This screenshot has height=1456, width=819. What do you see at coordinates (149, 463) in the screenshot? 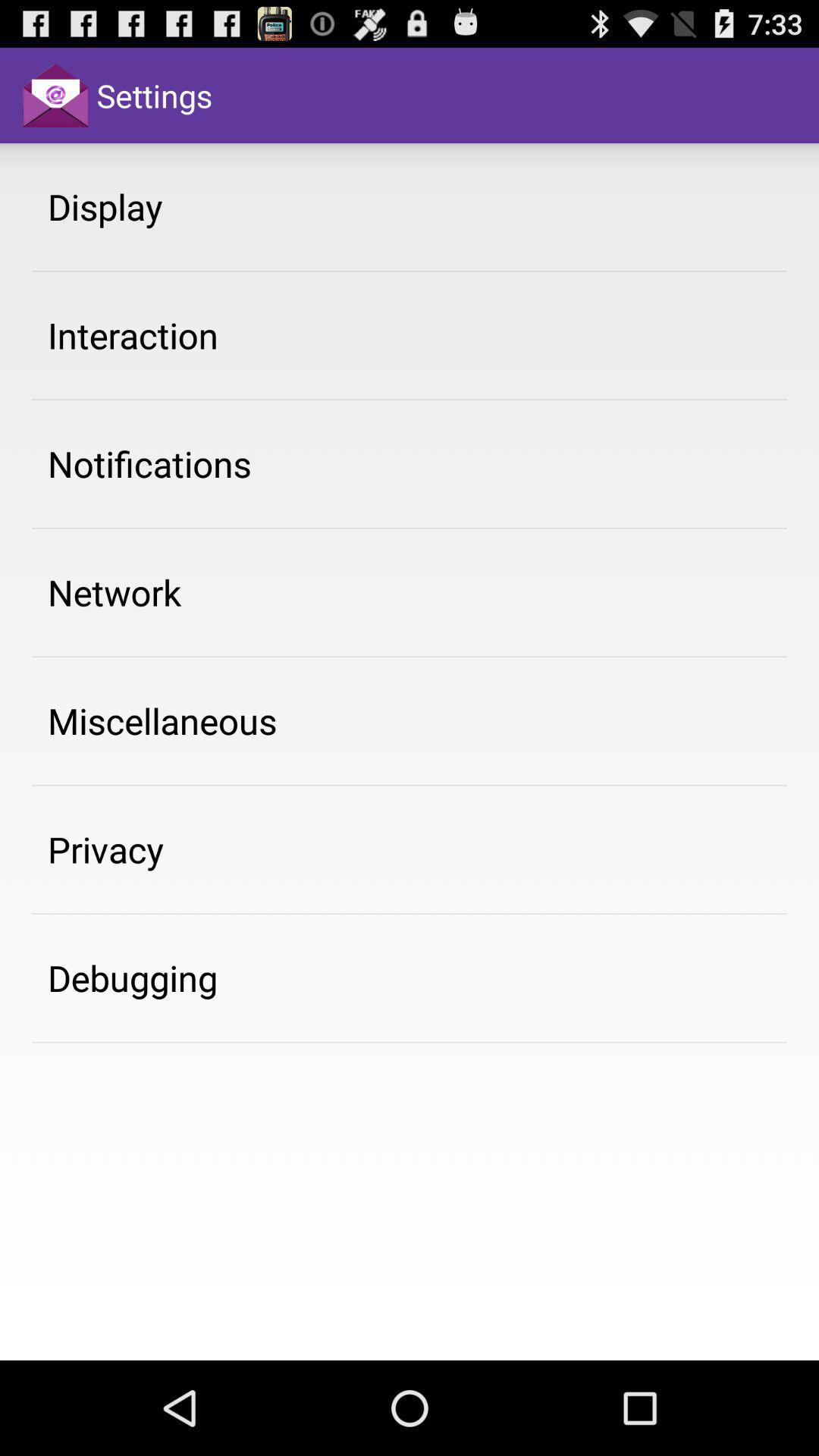
I see `the app below interaction icon` at bounding box center [149, 463].